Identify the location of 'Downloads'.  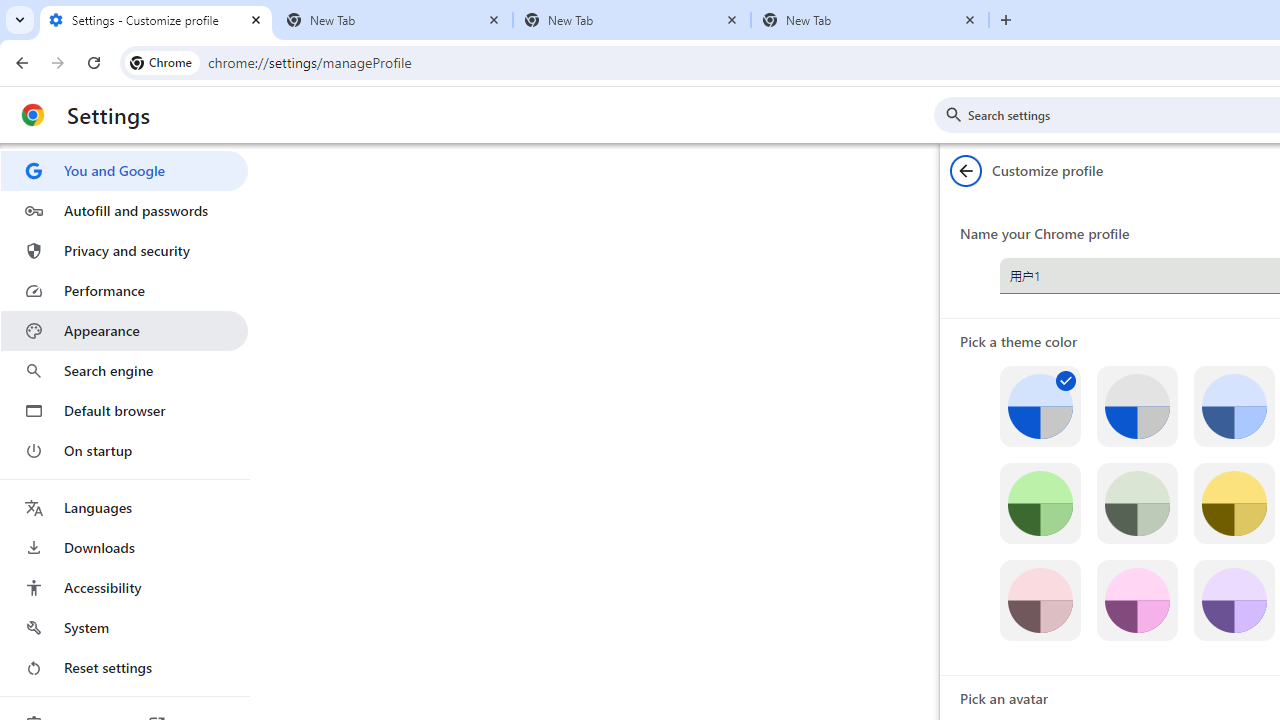
(123, 547).